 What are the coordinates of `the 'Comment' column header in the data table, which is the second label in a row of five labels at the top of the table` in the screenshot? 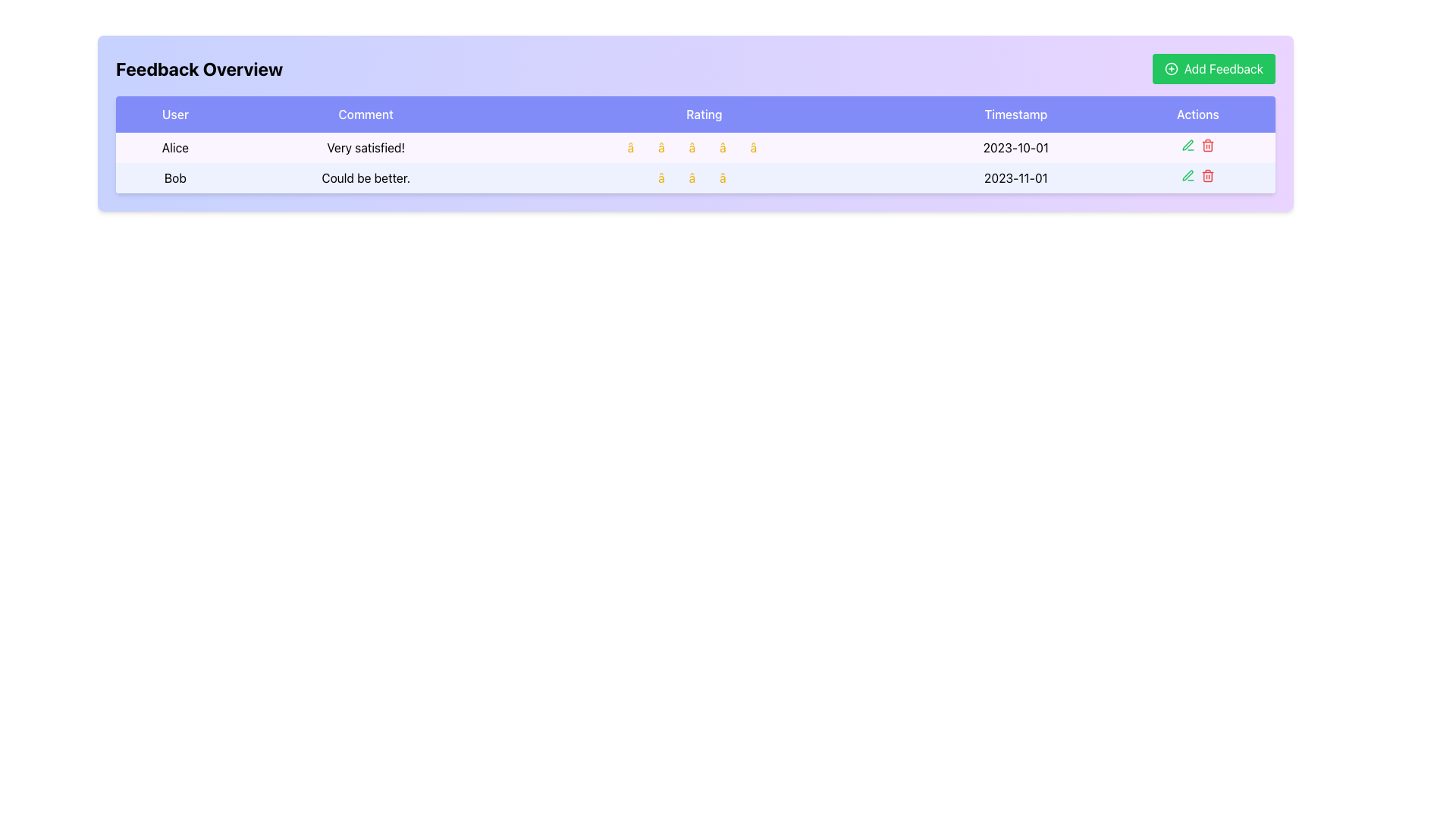 It's located at (366, 113).